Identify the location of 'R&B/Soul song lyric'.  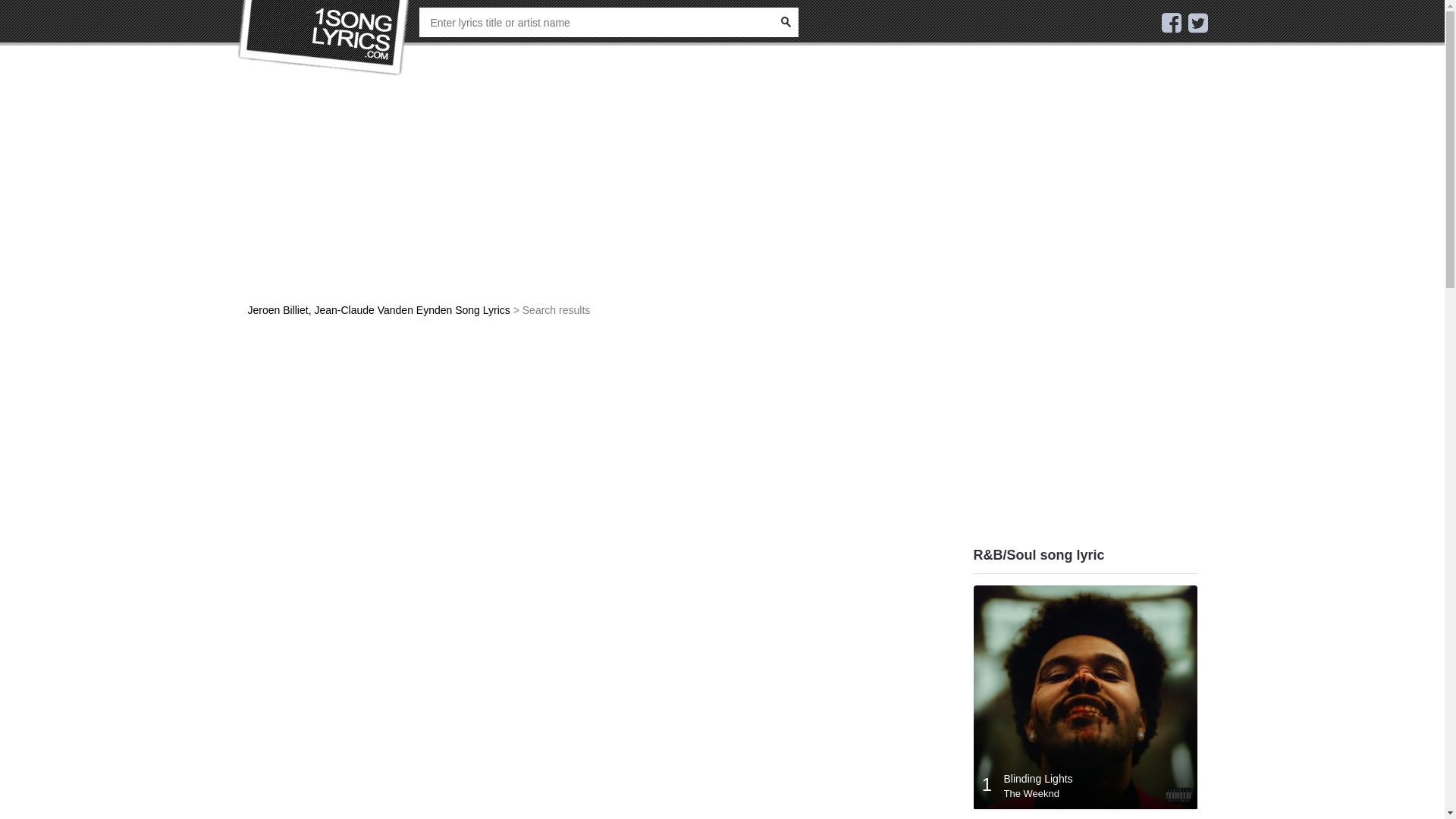
(1038, 555).